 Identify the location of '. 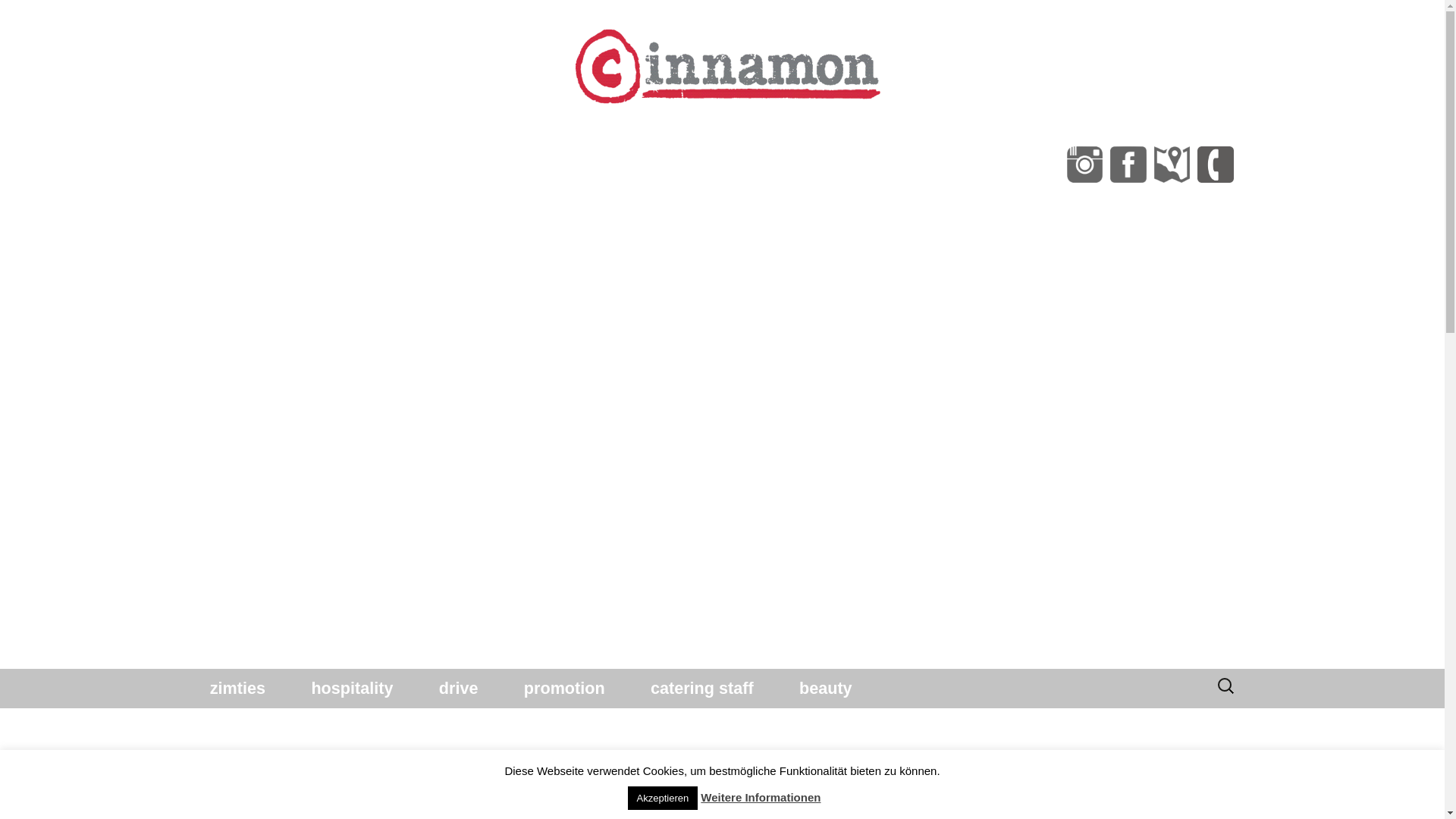
(728, 125).